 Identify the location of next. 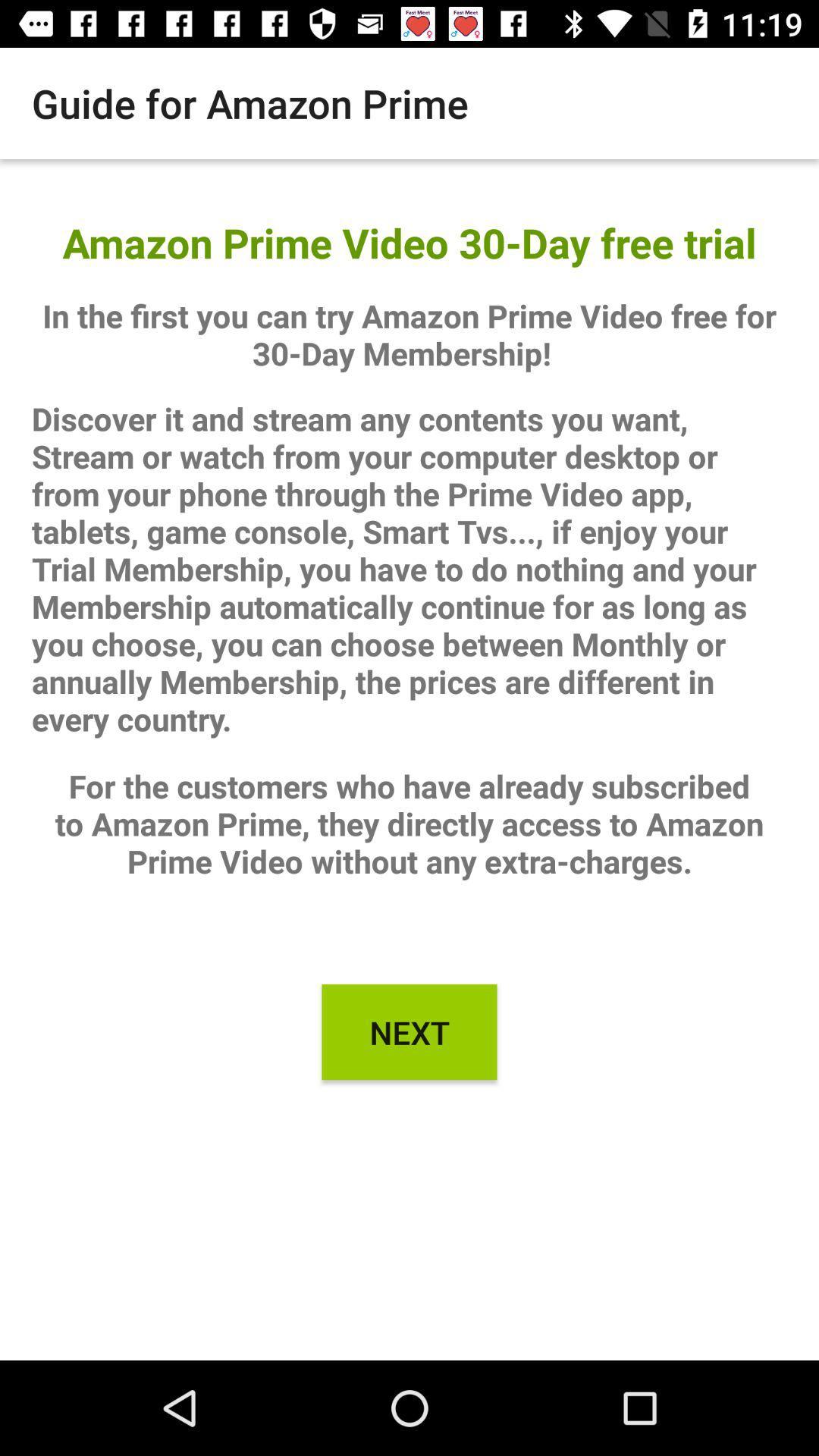
(409, 1031).